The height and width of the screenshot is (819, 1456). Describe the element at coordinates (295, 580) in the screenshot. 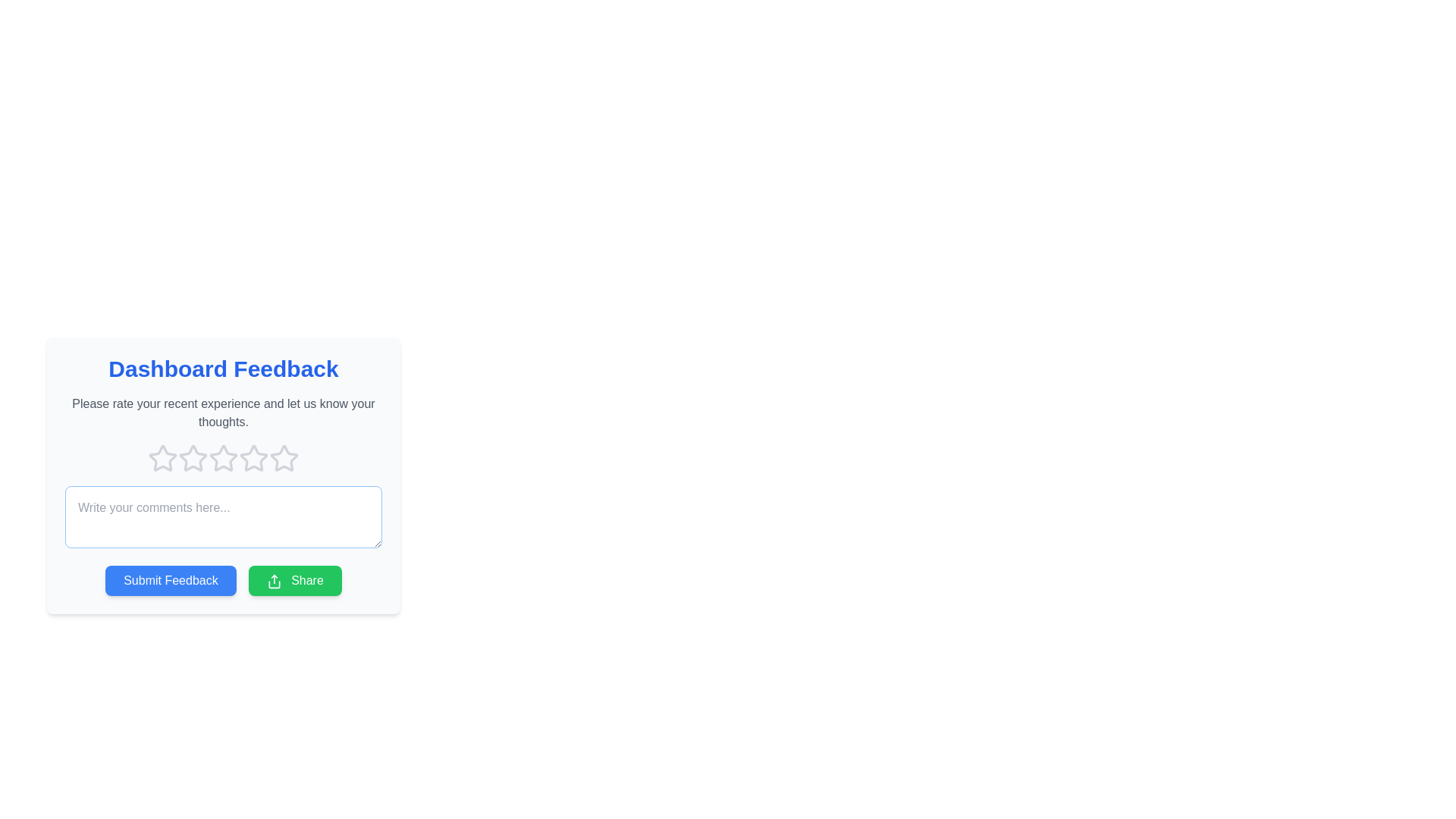

I see `the 'Share' button, which is a rectangular button with a vibrant green background and white text` at that location.